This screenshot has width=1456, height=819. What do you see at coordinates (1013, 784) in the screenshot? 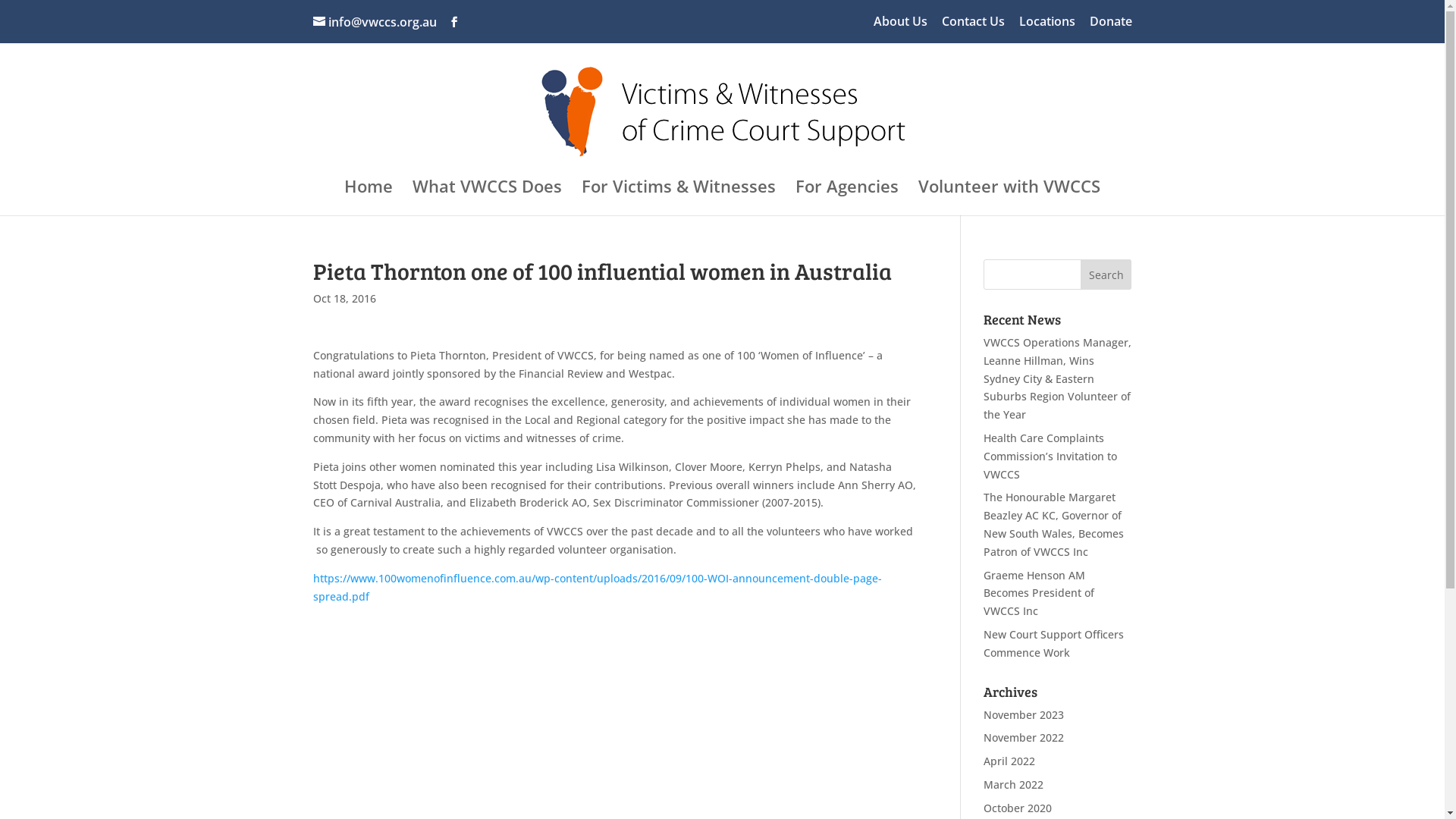
I see `'March 2022'` at bounding box center [1013, 784].